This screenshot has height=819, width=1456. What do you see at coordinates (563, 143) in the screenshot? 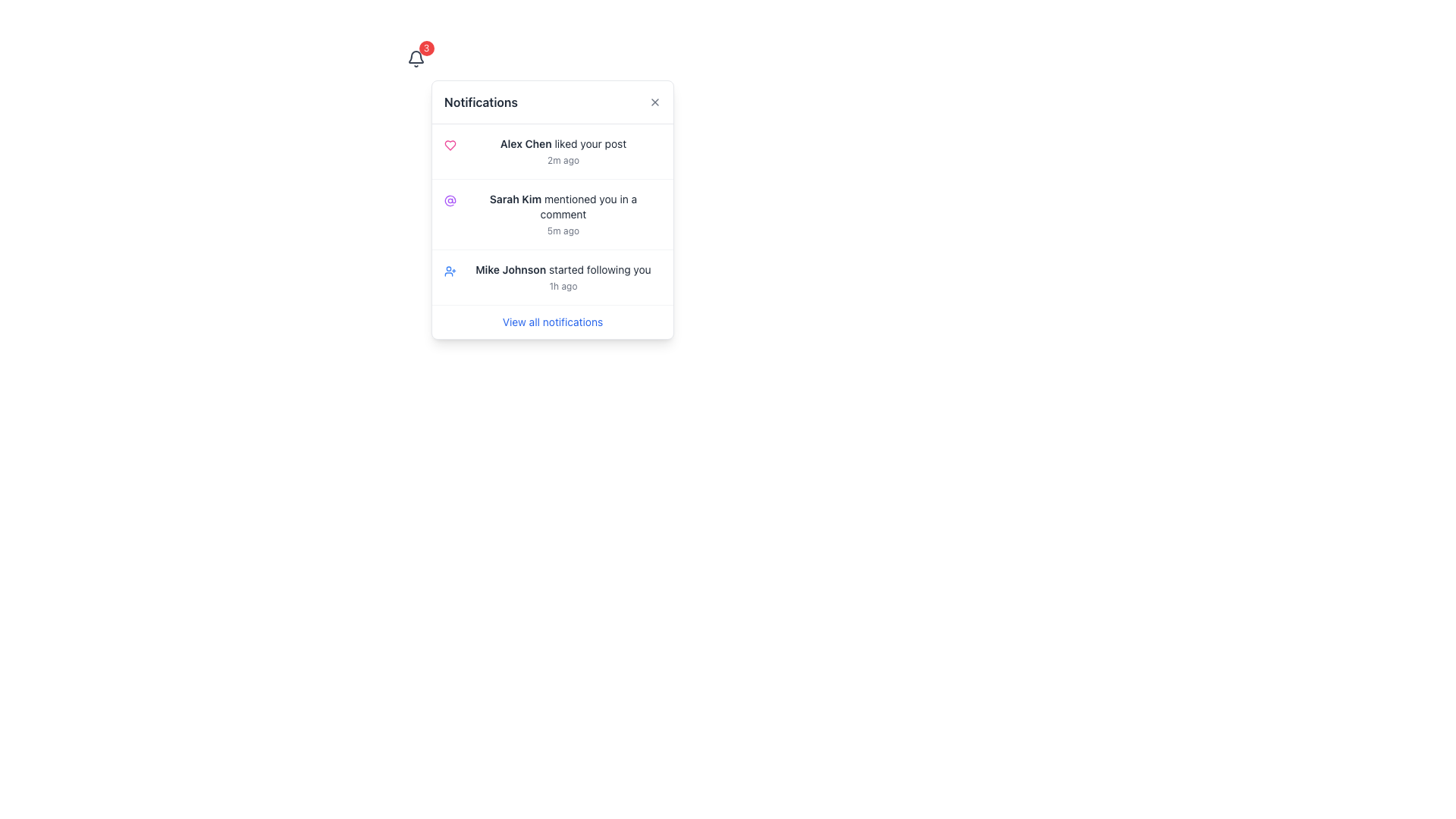
I see `keyboard navigation` at bounding box center [563, 143].